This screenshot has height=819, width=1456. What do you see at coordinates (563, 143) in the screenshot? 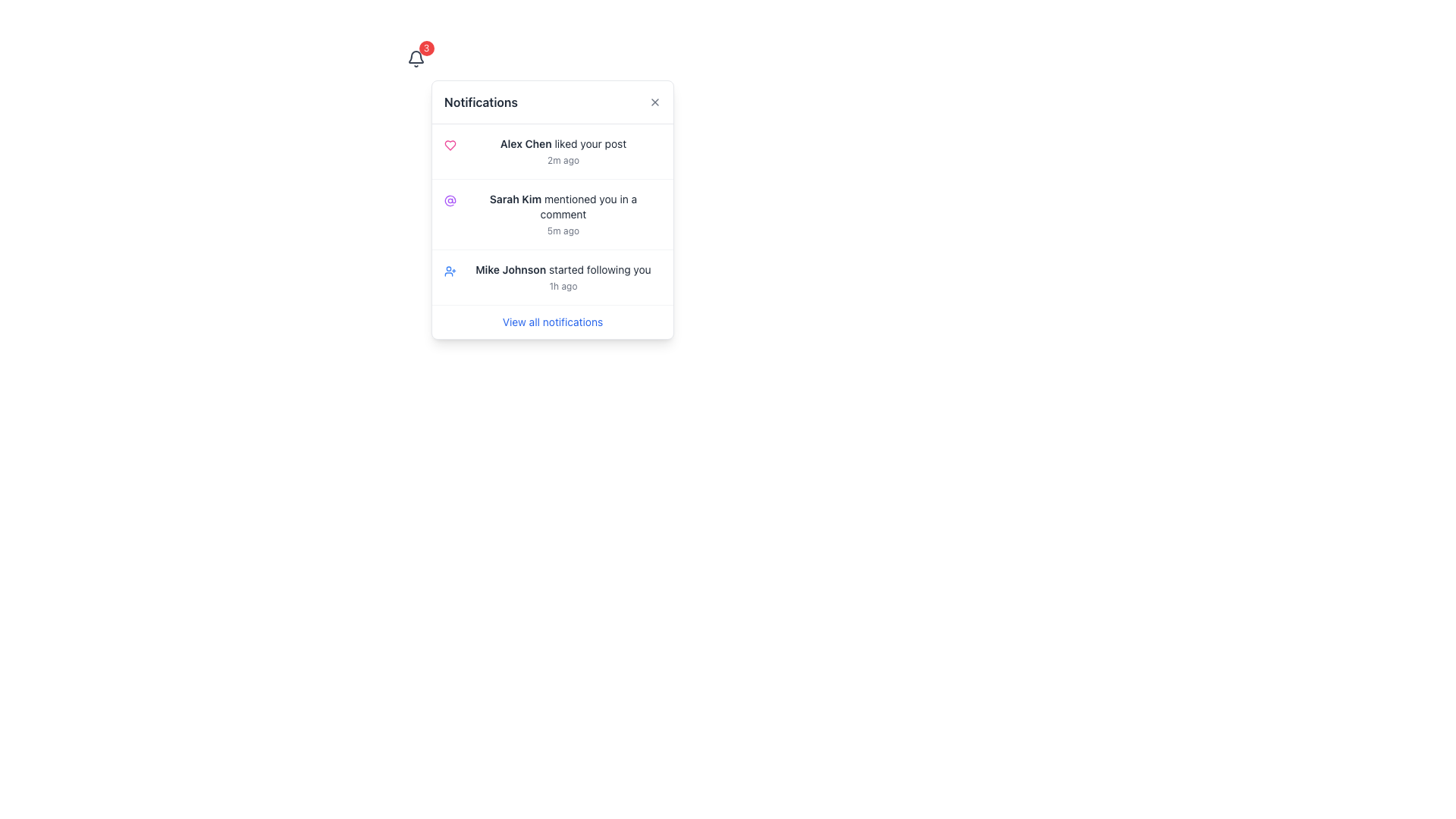
I see `keyboard navigation` at bounding box center [563, 143].